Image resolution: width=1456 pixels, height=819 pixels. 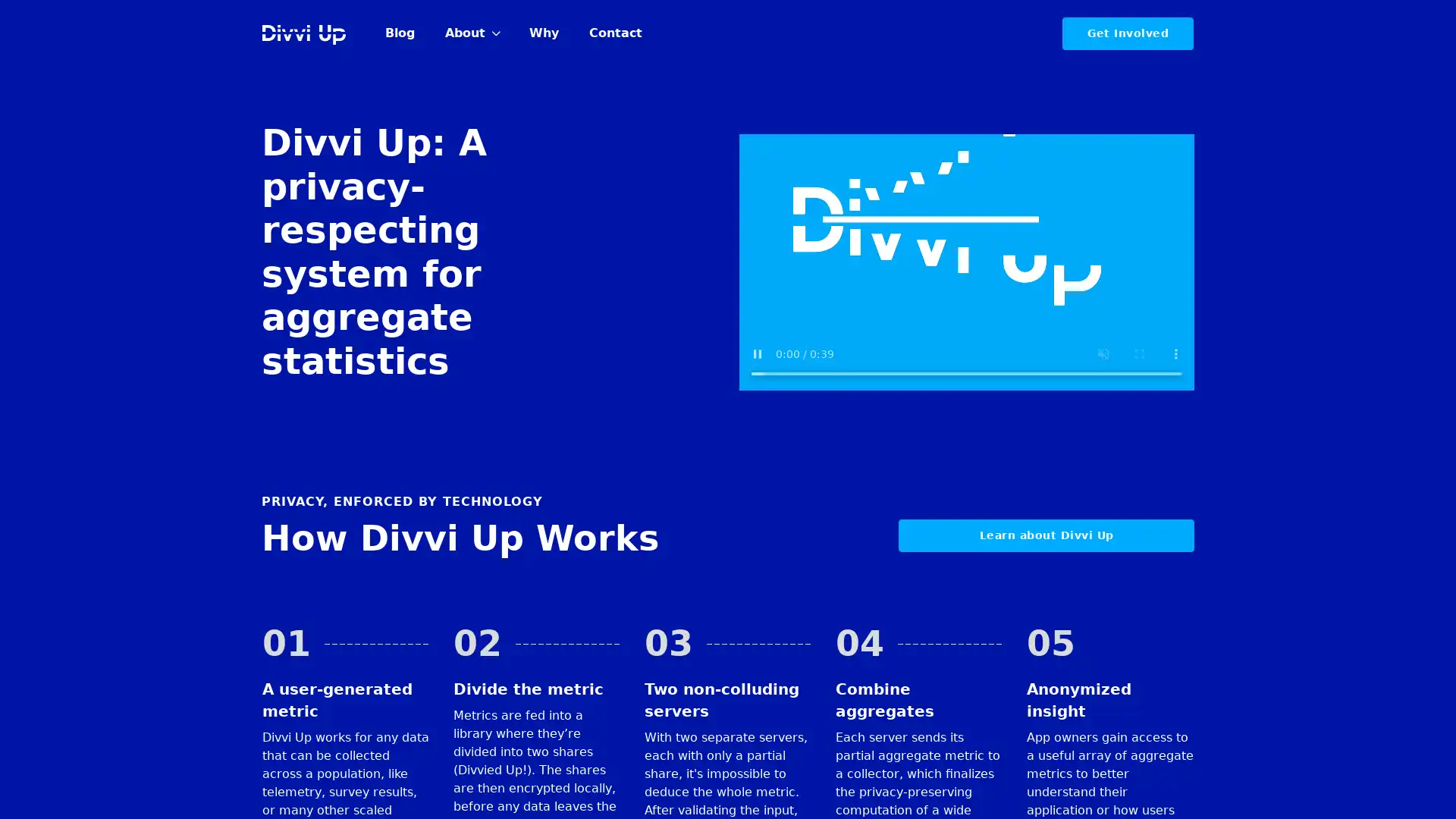 I want to click on pause, so click(x=757, y=353).